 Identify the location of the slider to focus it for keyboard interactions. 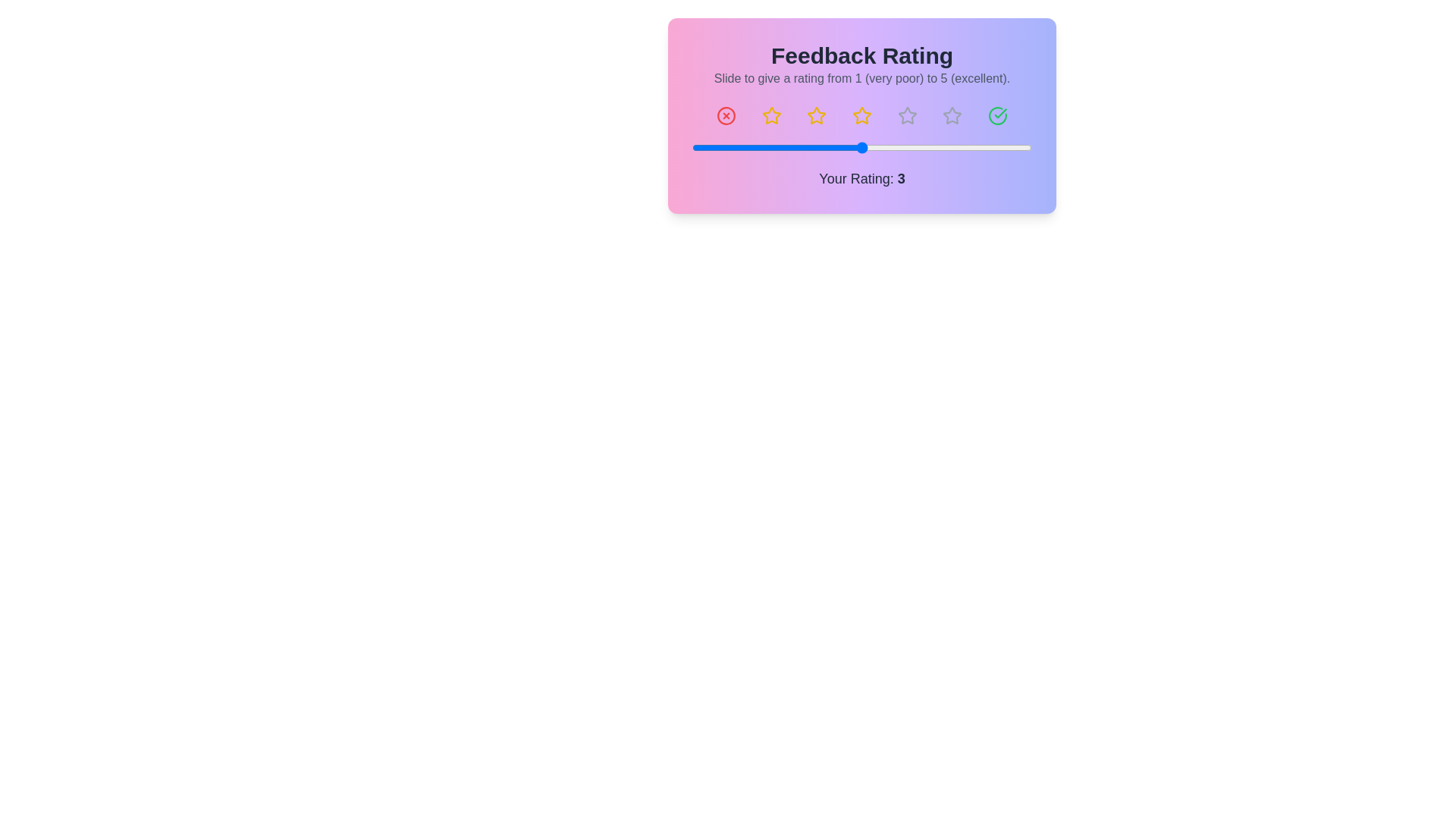
(862, 148).